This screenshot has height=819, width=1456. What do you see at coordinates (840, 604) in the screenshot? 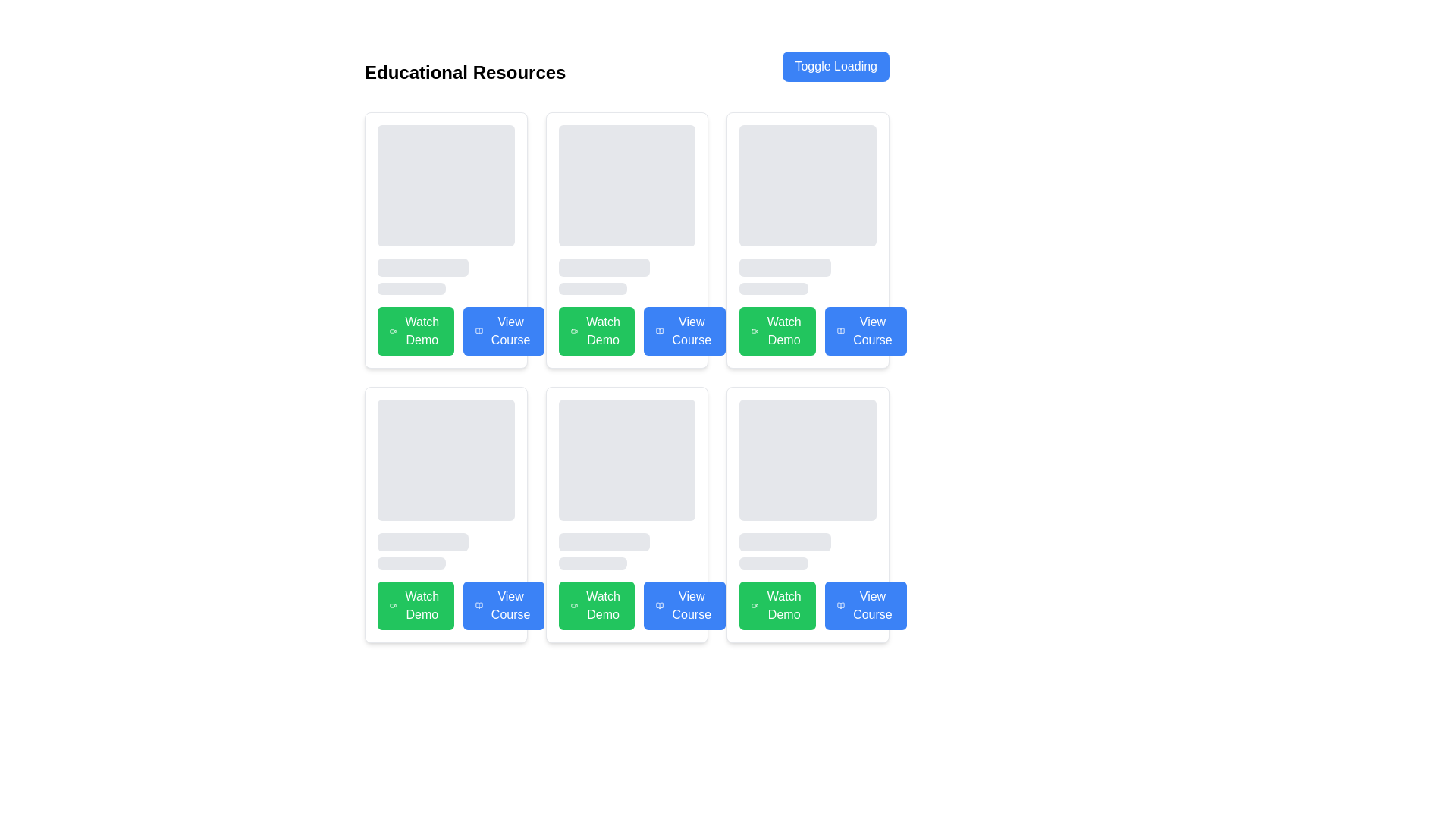
I see `the leftmost icon in the 'View Course' button located in the bottom-right corner of the grid layout` at bounding box center [840, 604].